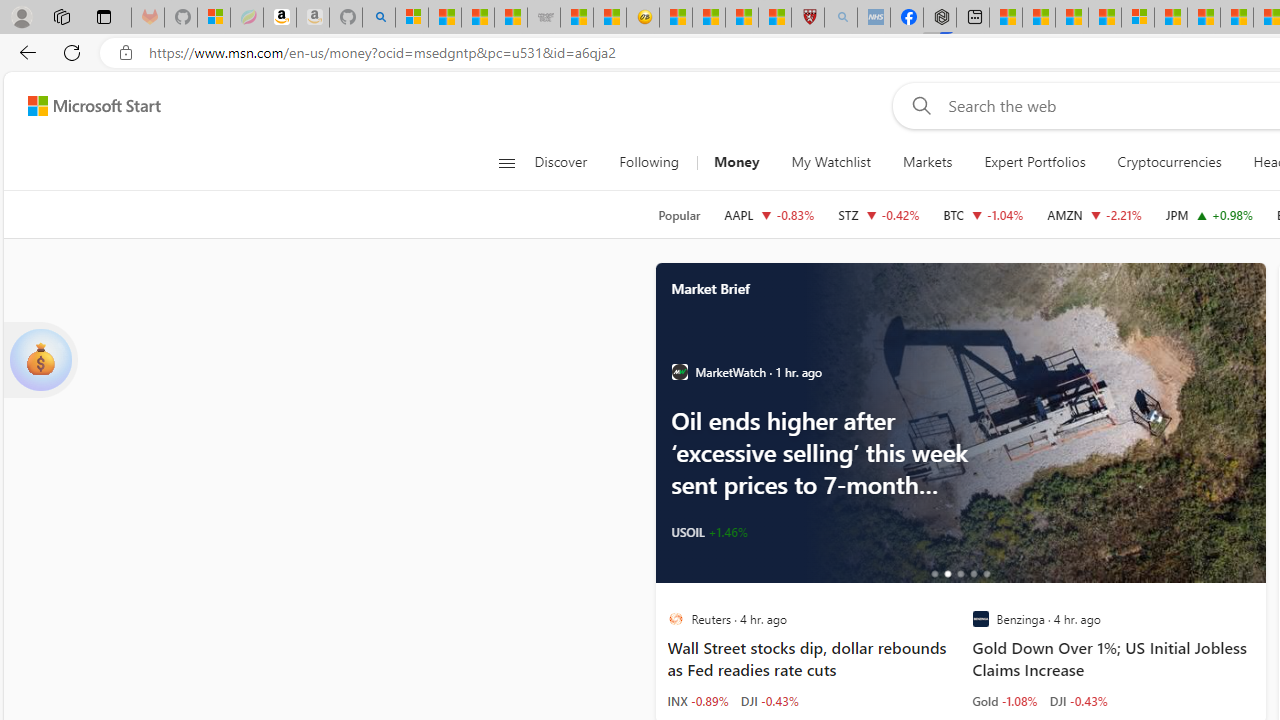  Describe the element at coordinates (679, 372) in the screenshot. I see `'MarketWatch'` at that location.